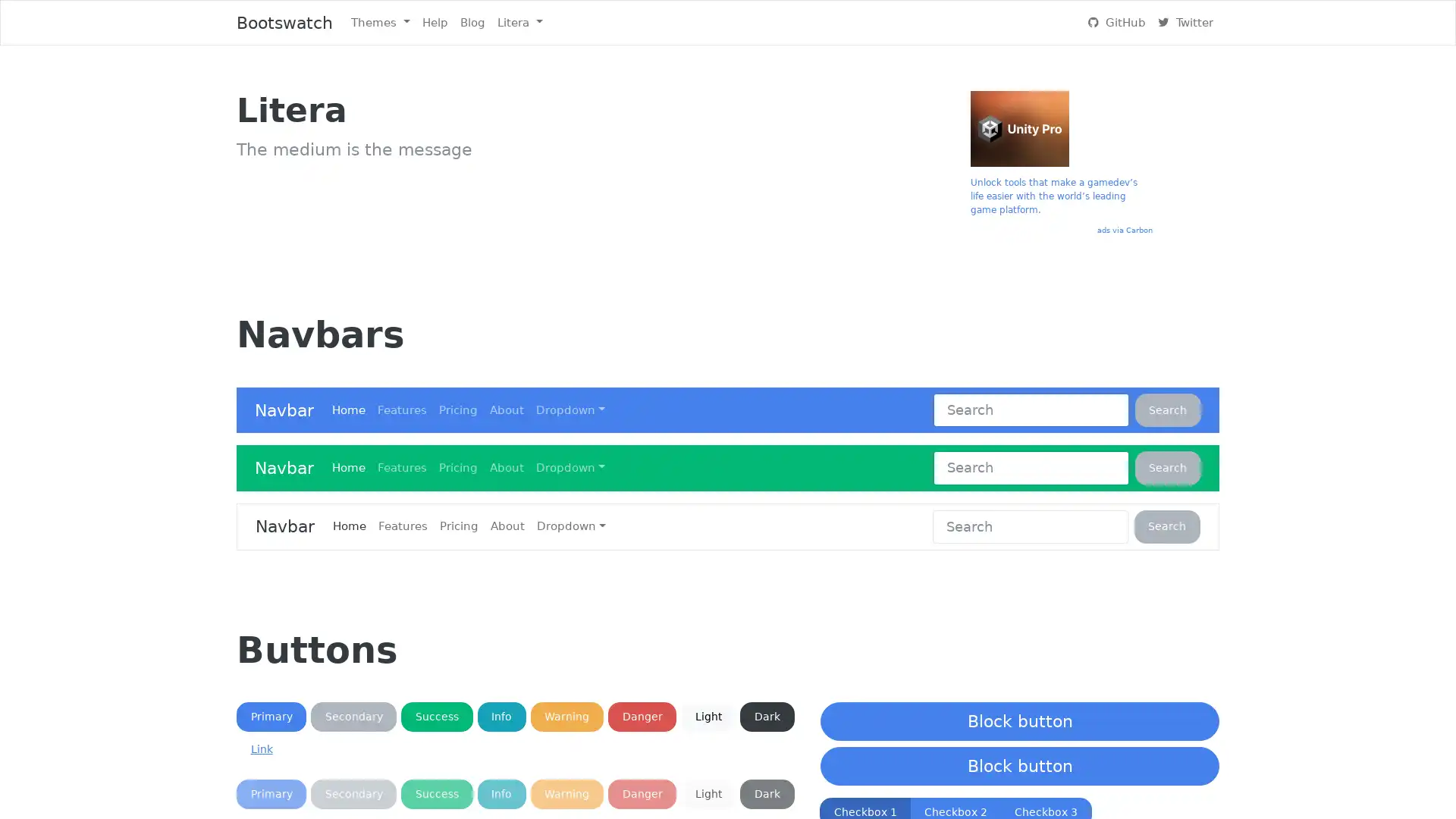  Describe the element at coordinates (708, 717) in the screenshot. I see `Light` at that location.